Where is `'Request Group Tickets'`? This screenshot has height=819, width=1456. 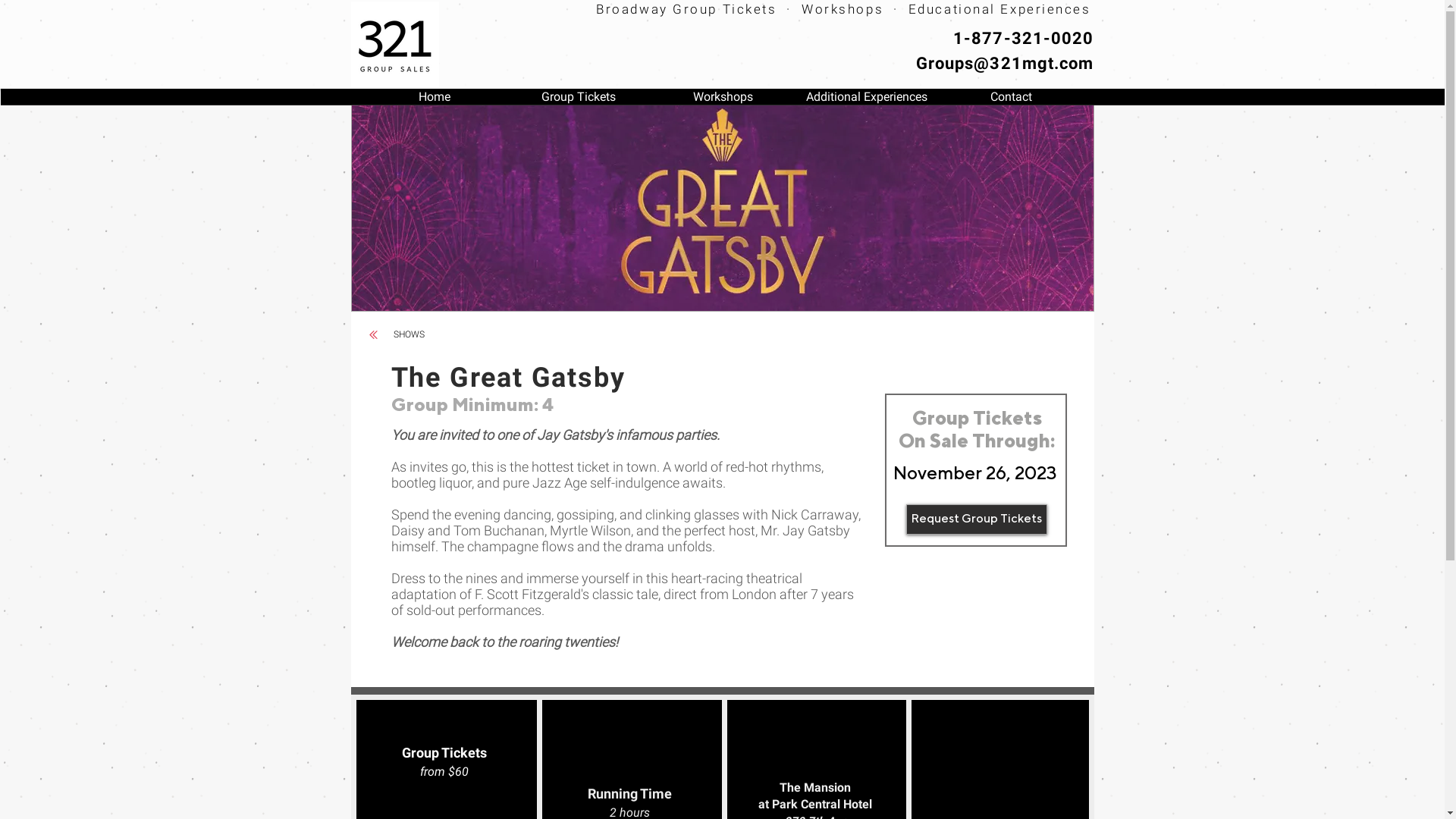 'Request Group Tickets' is located at coordinates (975, 519).